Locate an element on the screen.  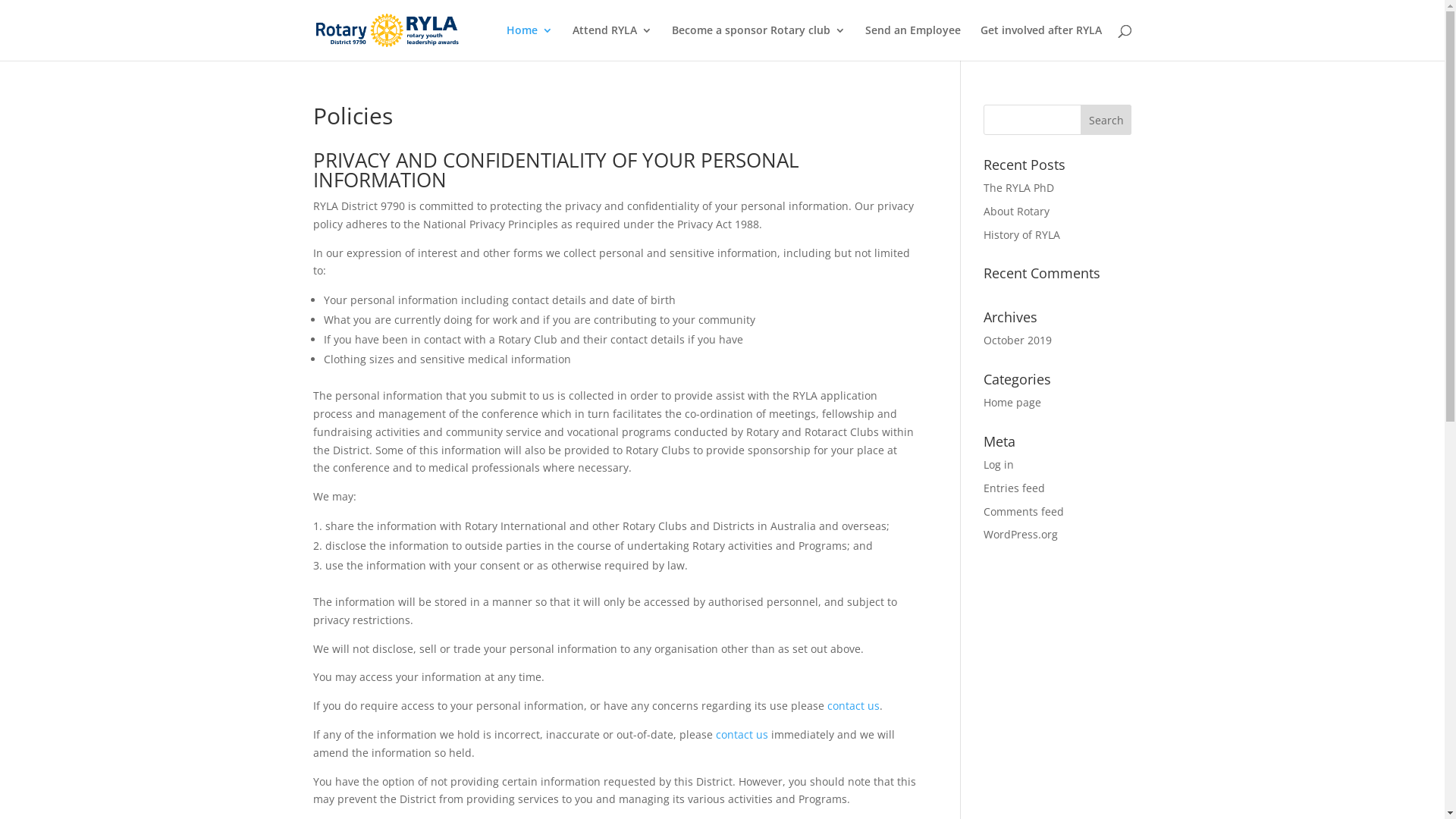
'Become a sponsor Rotary club' is located at coordinates (671, 42).